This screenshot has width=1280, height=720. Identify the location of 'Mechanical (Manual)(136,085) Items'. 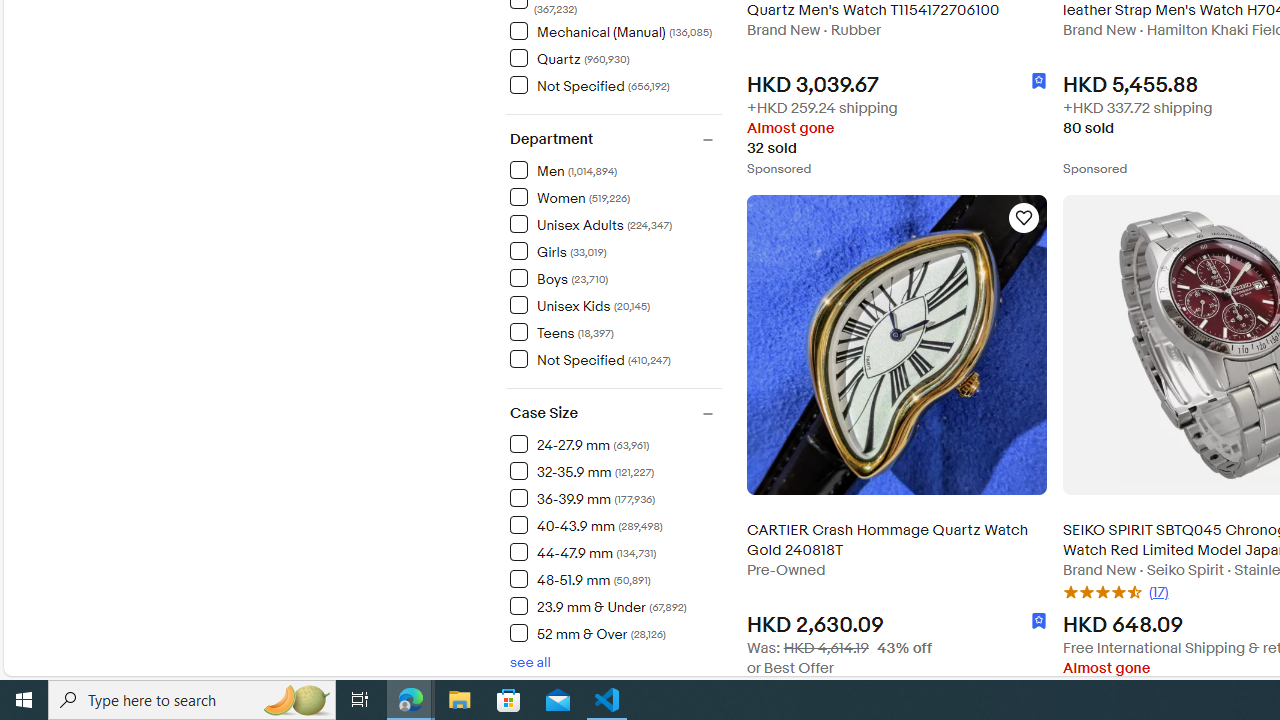
(614, 30).